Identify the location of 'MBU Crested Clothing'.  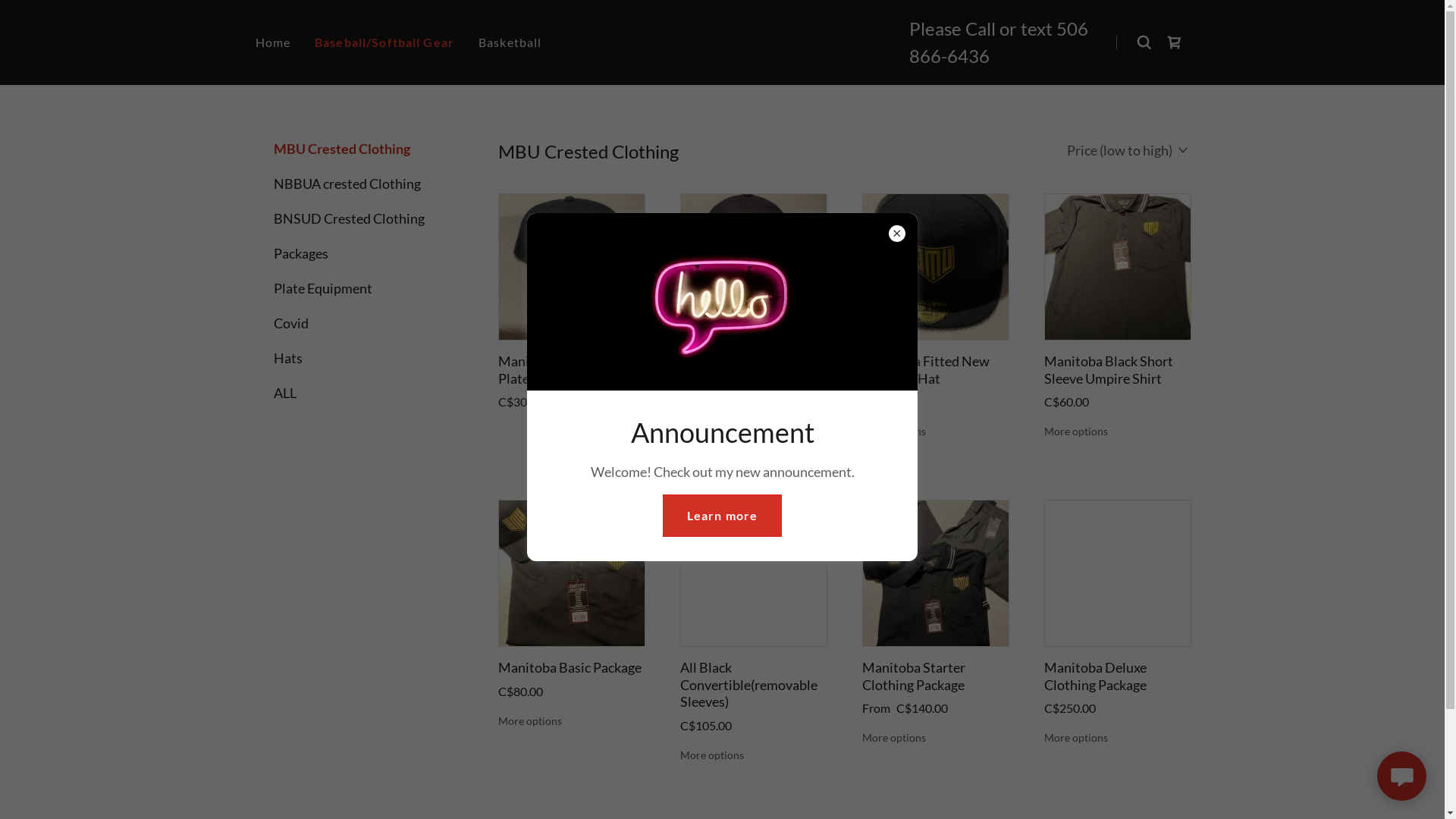
(356, 149).